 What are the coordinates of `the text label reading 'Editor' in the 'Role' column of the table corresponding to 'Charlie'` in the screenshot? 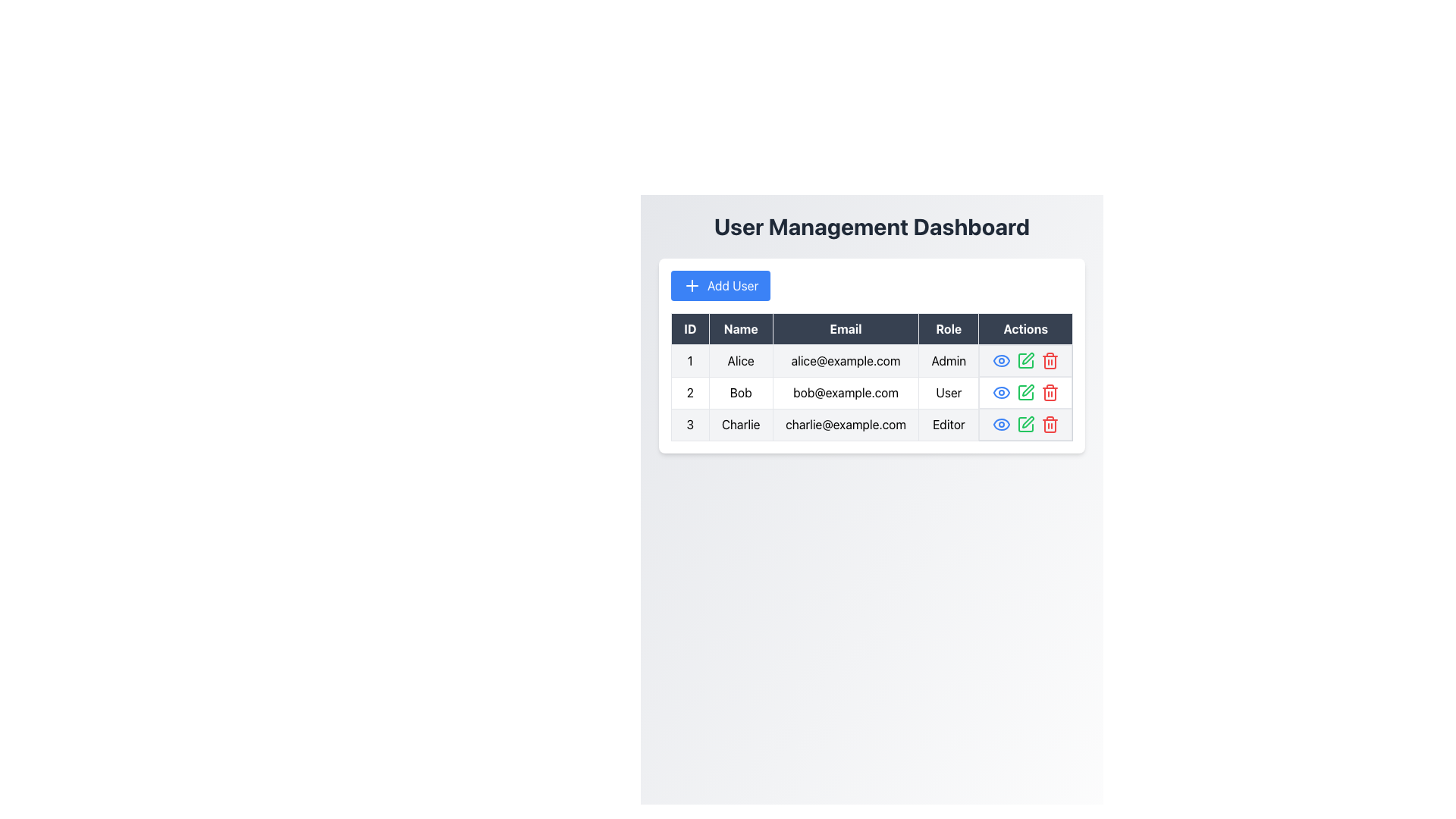 It's located at (948, 425).